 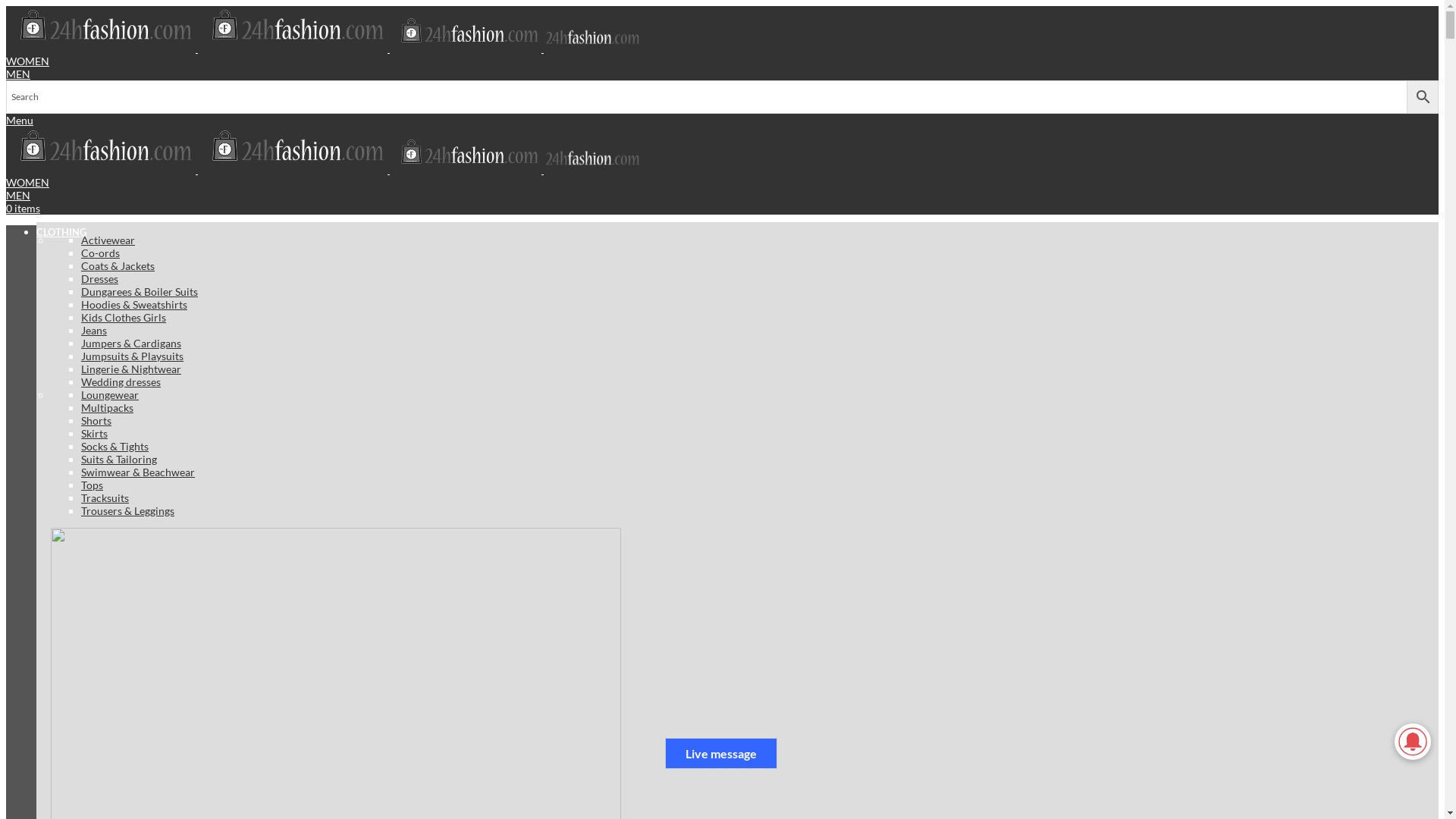 What do you see at coordinates (99, 278) in the screenshot?
I see `'Dresses'` at bounding box center [99, 278].